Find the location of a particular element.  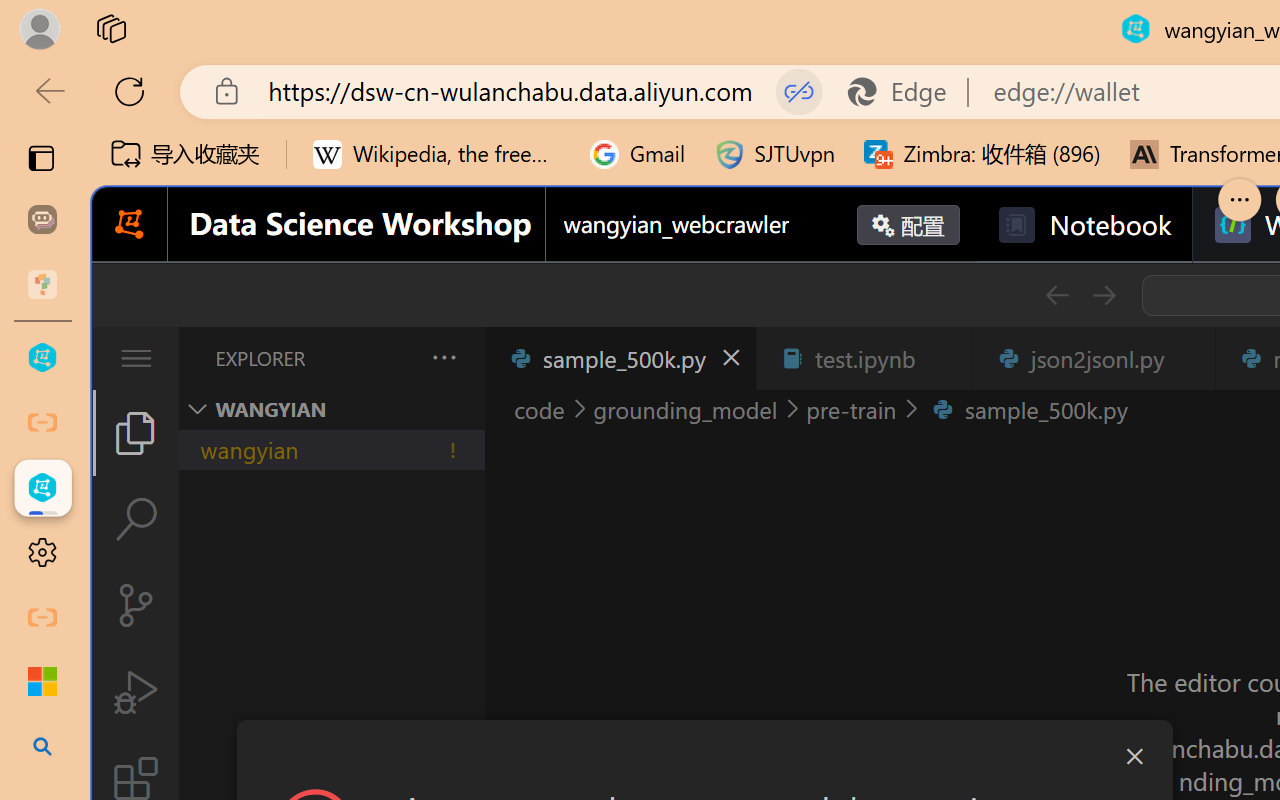

'Views and More Actions...' is located at coordinates (441, 357).